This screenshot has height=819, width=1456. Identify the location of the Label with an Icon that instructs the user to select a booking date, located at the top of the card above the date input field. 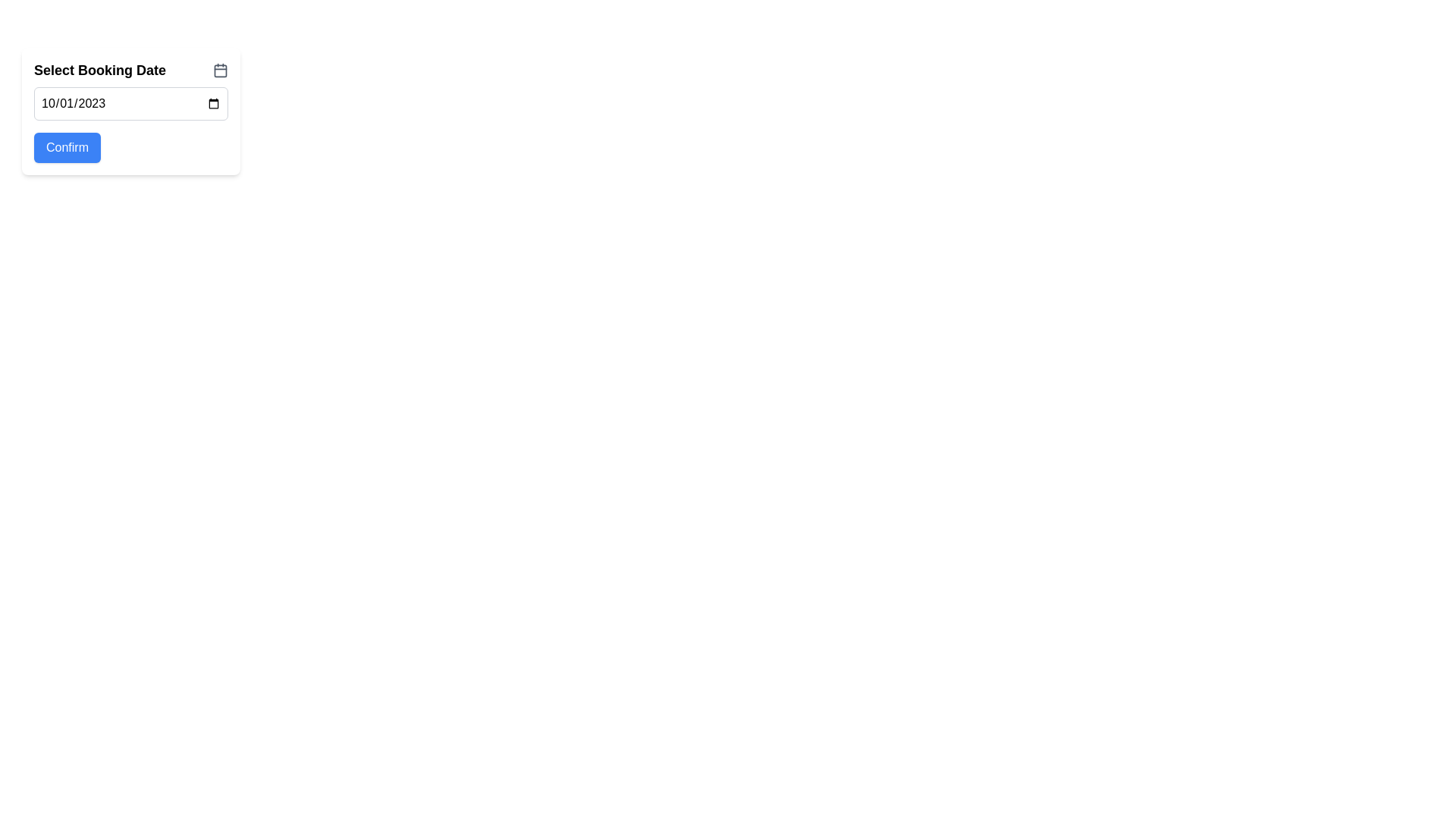
(130, 70).